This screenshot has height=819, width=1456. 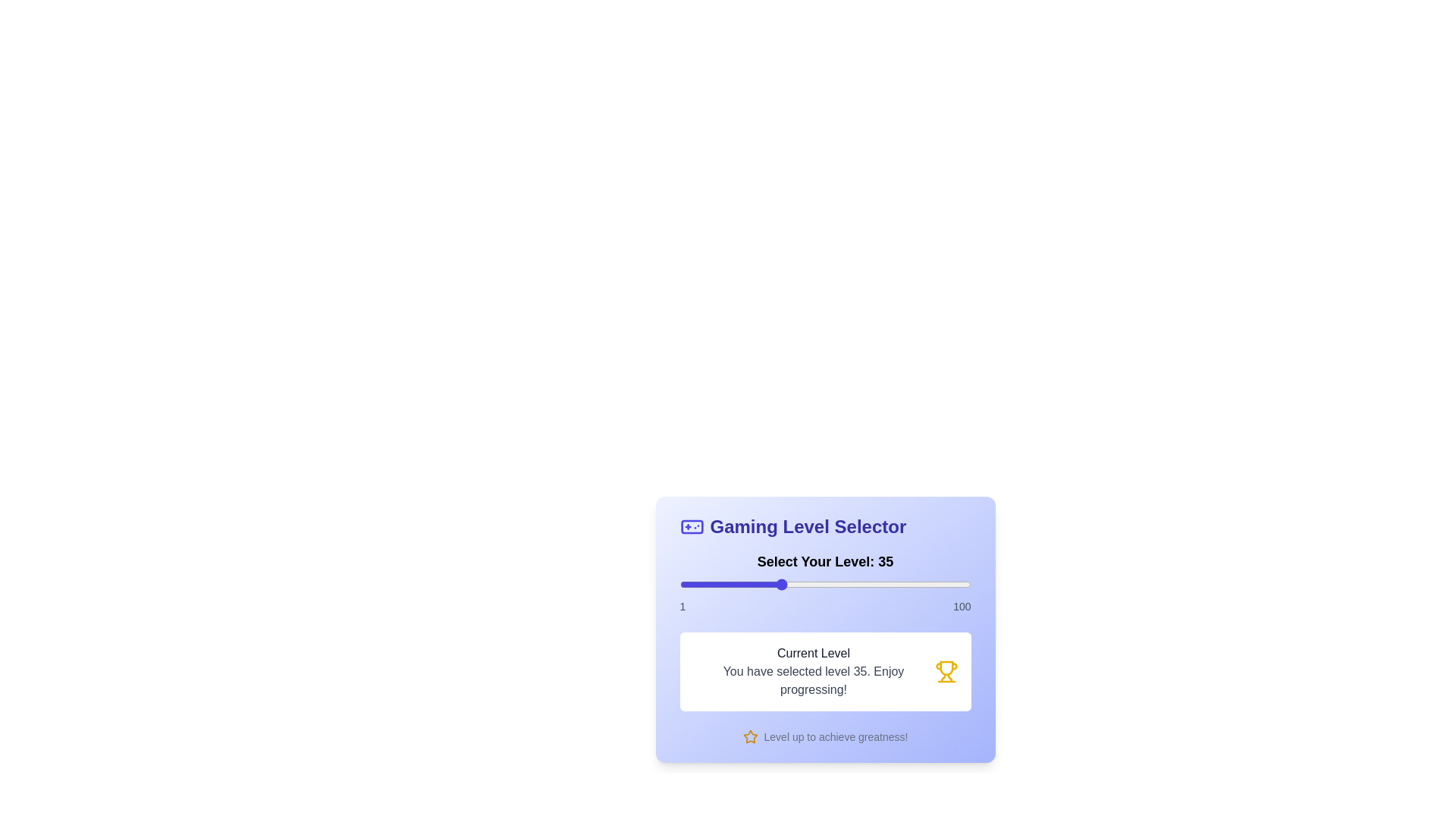 I want to click on the level, so click(x=840, y=584).